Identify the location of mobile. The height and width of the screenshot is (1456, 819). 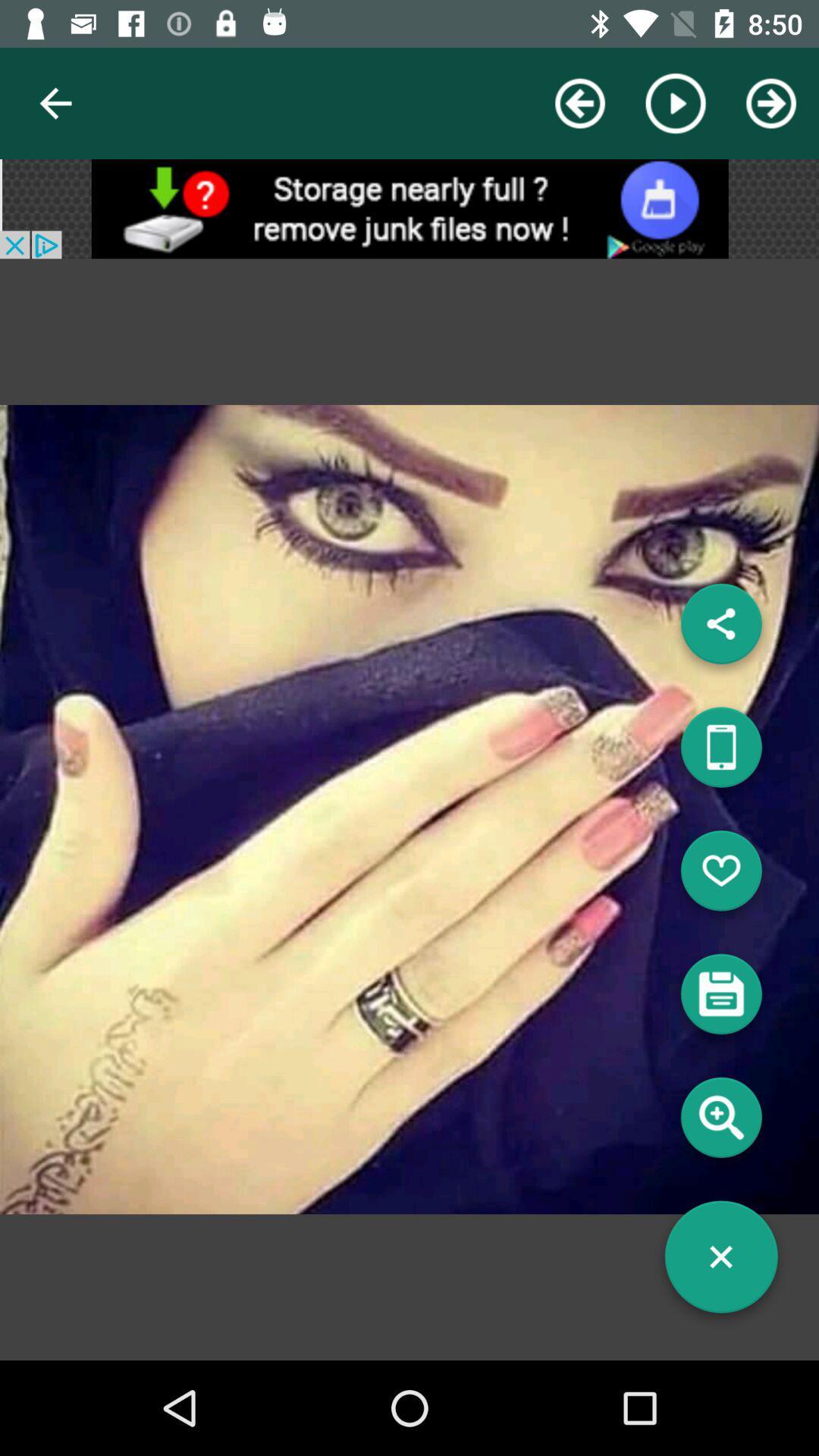
(720, 753).